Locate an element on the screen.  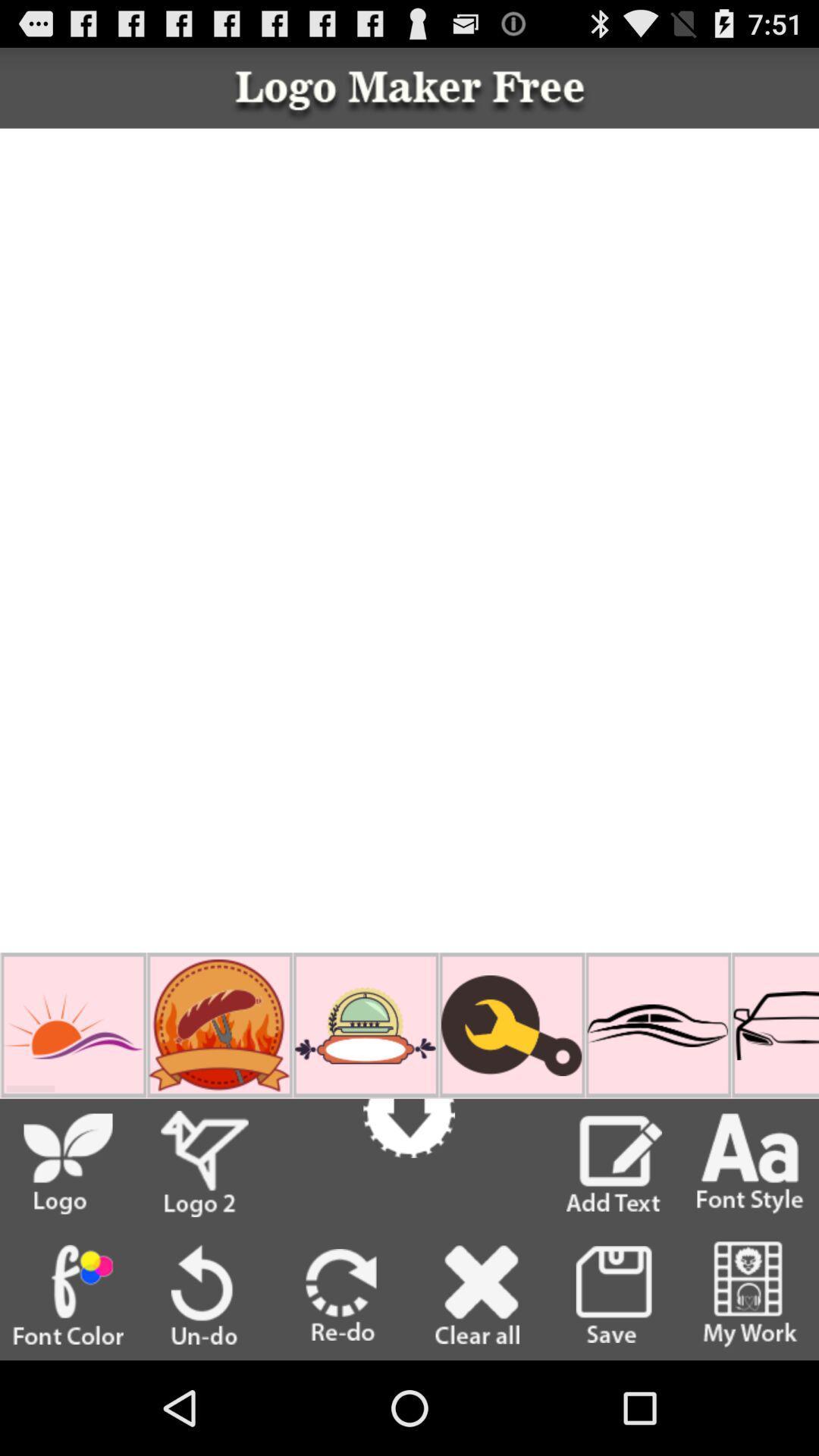
the redo icon is located at coordinates (341, 1385).